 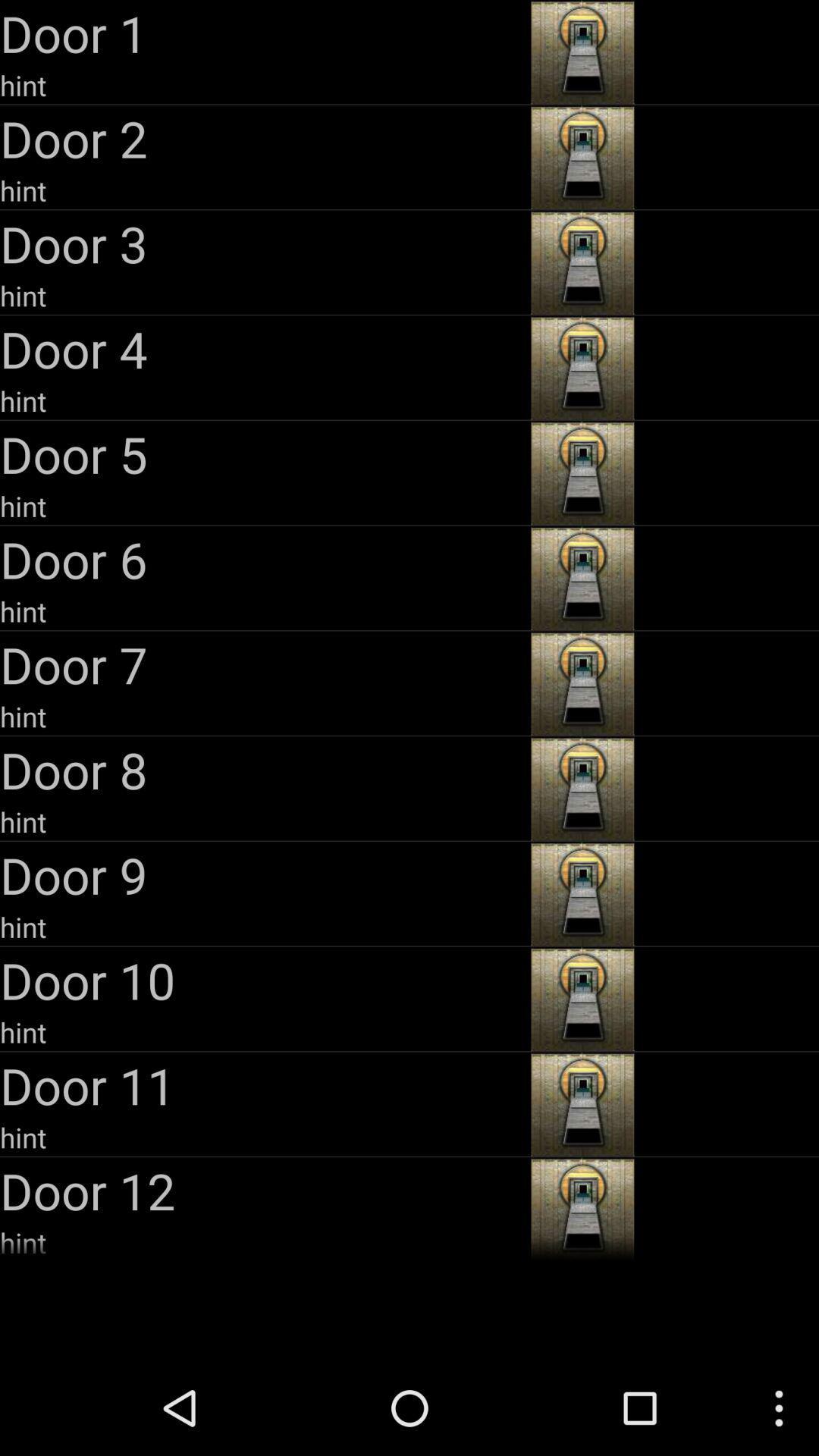 What do you see at coordinates (262, 1190) in the screenshot?
I see `door 12 icon` at bounding box center [262, 1190].